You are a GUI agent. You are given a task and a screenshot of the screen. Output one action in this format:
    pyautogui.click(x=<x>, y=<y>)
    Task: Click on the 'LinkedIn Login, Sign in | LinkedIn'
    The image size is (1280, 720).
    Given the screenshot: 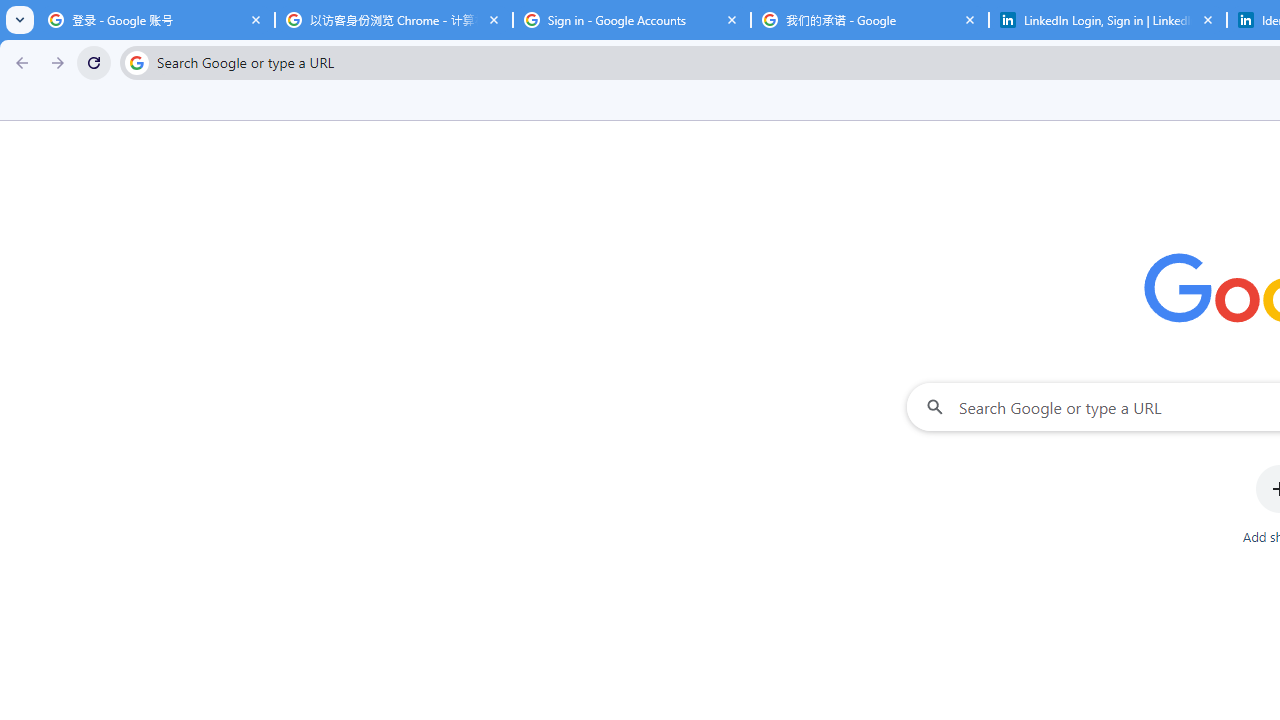 What is the action you would take?
    pyautogui.click(x=1107, y=20)
    